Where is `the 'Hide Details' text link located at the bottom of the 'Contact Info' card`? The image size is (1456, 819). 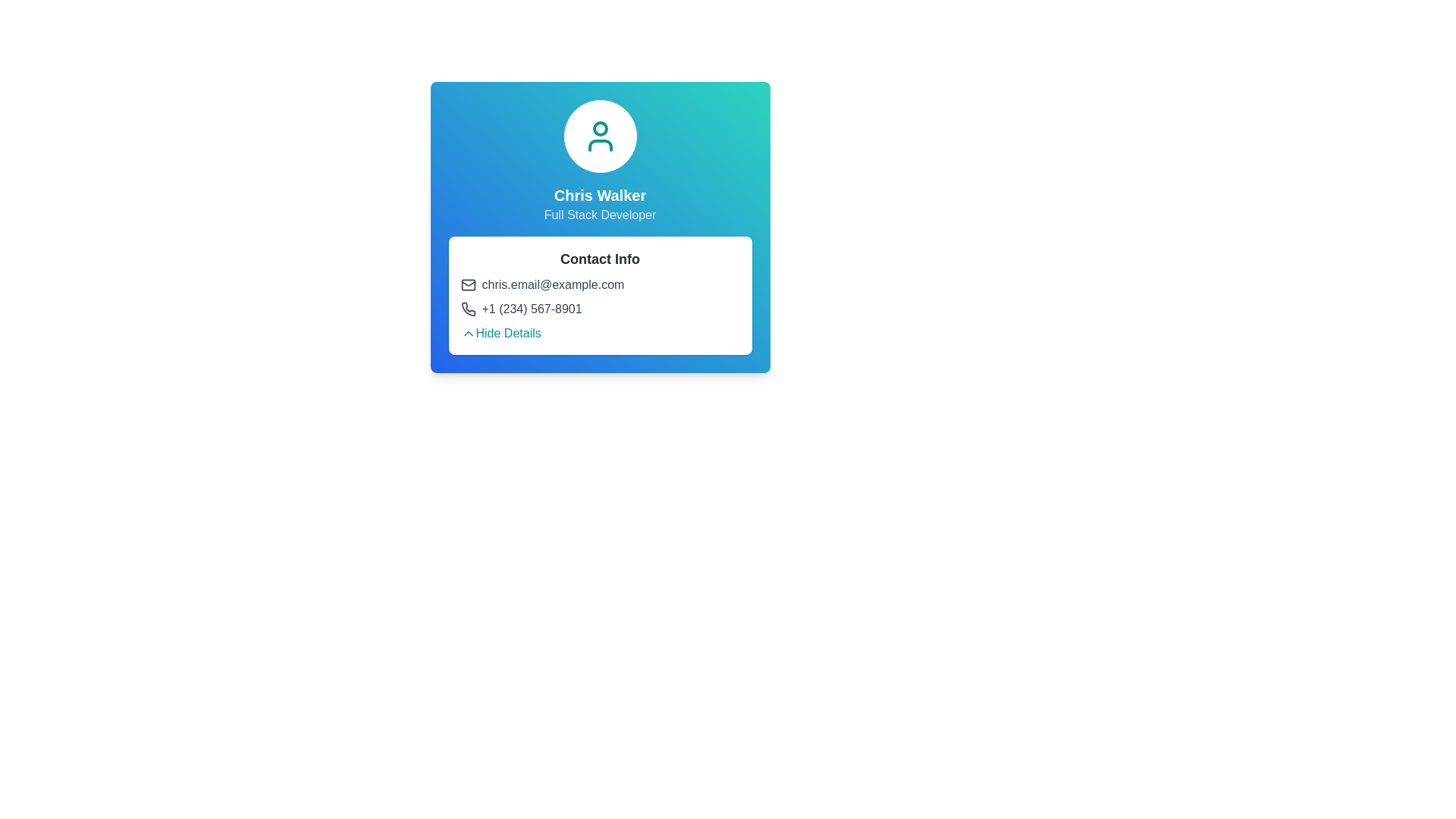 the 'Hide Details' text link located at the bottom of the 'Contact Info' card is located at coordinates (500, 332).